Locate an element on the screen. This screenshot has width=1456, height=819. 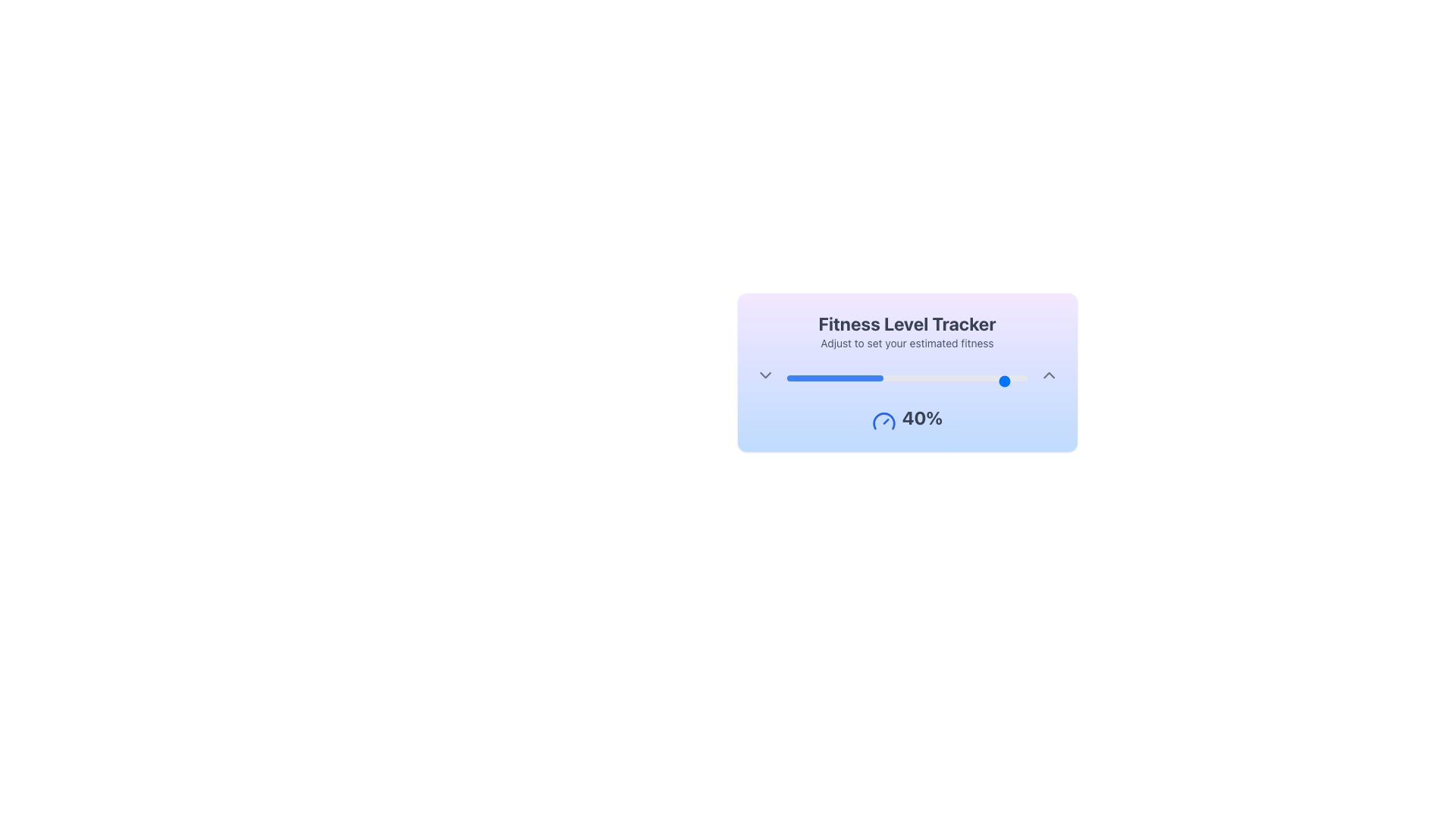
the fitness level is located at coordinates (996, 377).